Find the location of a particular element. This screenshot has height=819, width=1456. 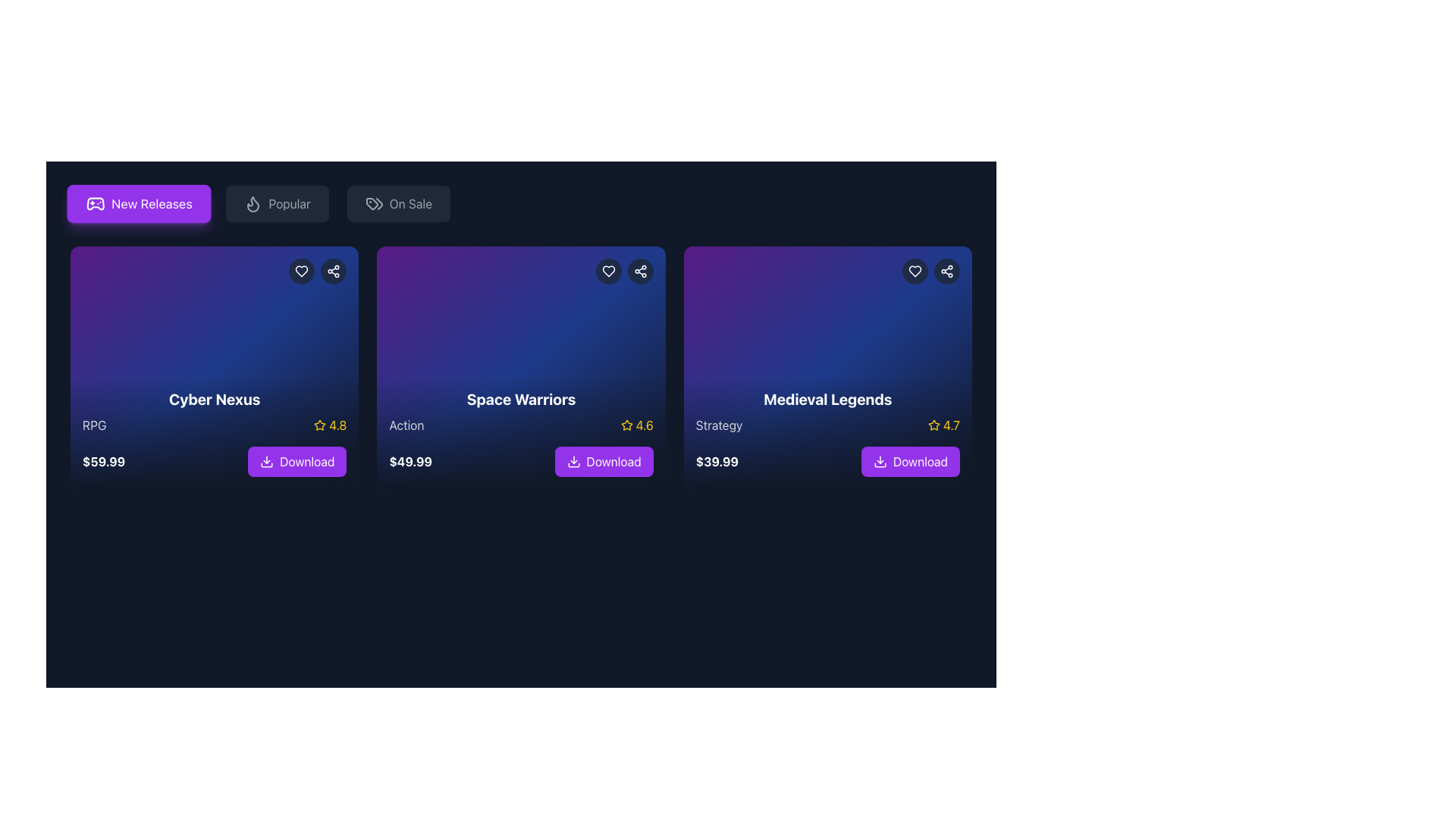

the heart-shaped icon in the top-right corner of the 'Space Warriors' card to favorite the item is located at coordinates (608, 271).